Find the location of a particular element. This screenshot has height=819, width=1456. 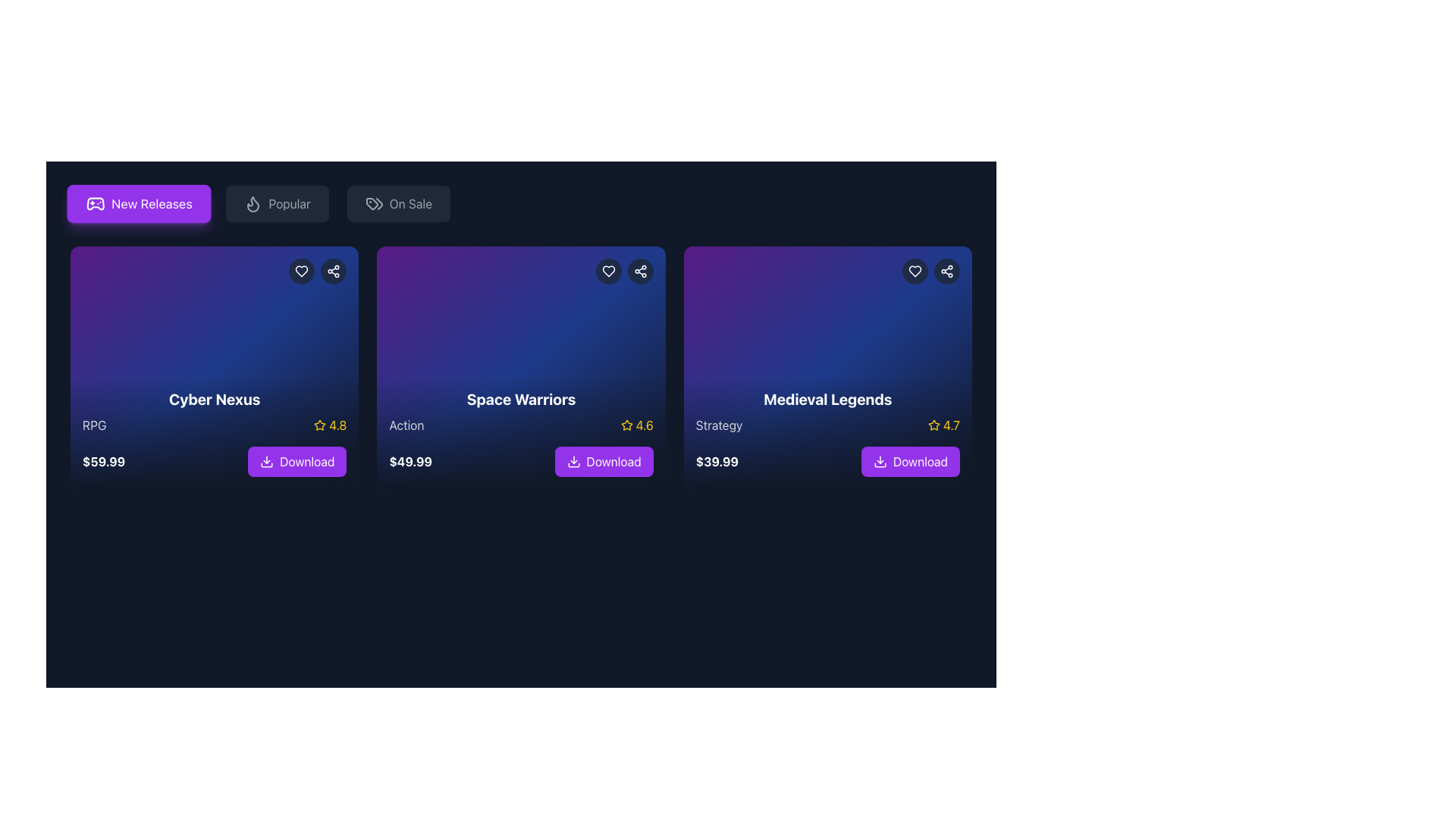

the heart-shaped icon in the top-right corner of the 'Space Warriors' card to favorite the item is located at coordinates (608, 271).